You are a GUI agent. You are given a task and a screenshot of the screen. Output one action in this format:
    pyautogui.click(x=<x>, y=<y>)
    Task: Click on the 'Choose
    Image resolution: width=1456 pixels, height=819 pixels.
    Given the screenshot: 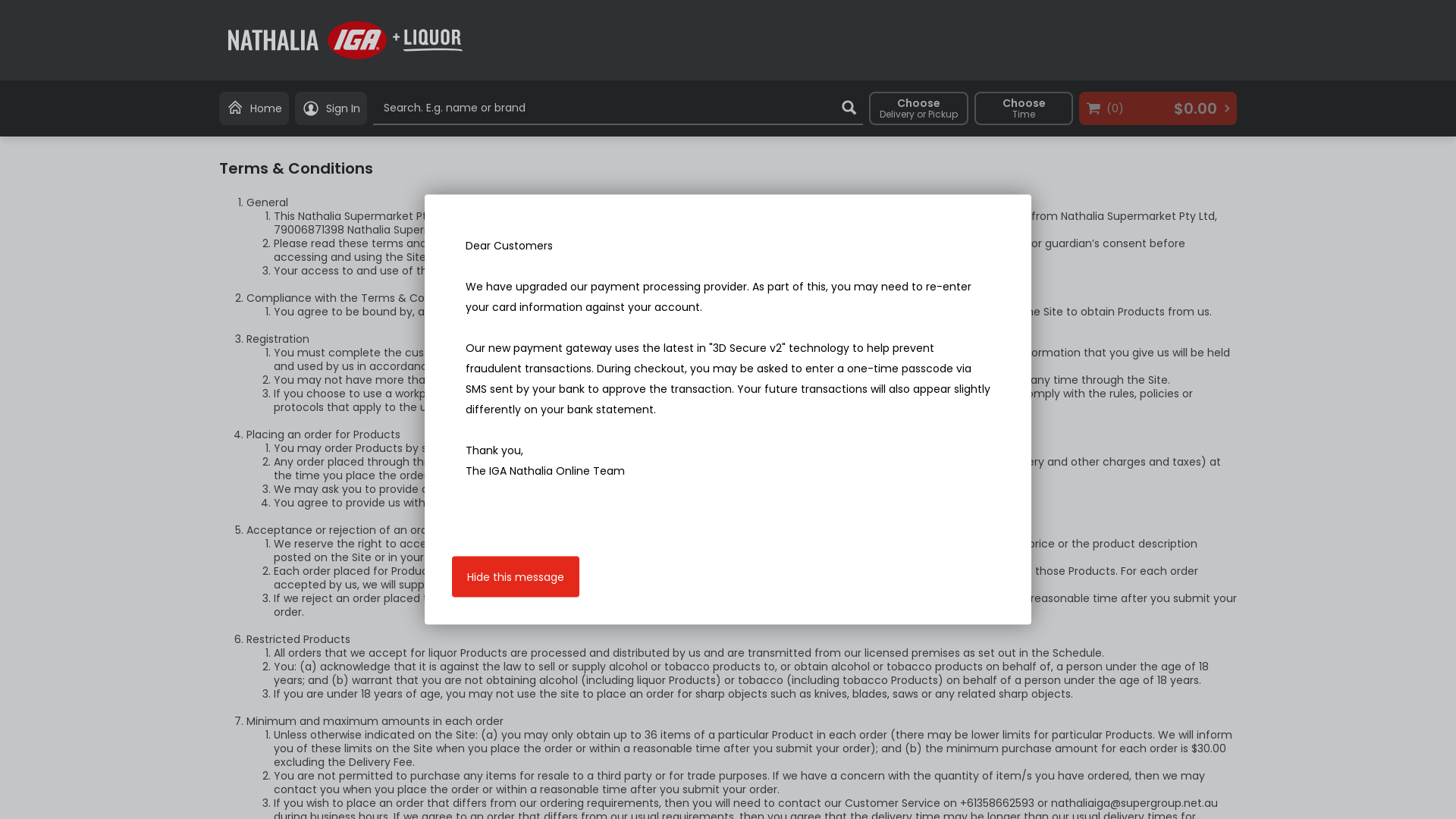 What is the action you would take?
    pyautogui.click(x=918, y=107)
    